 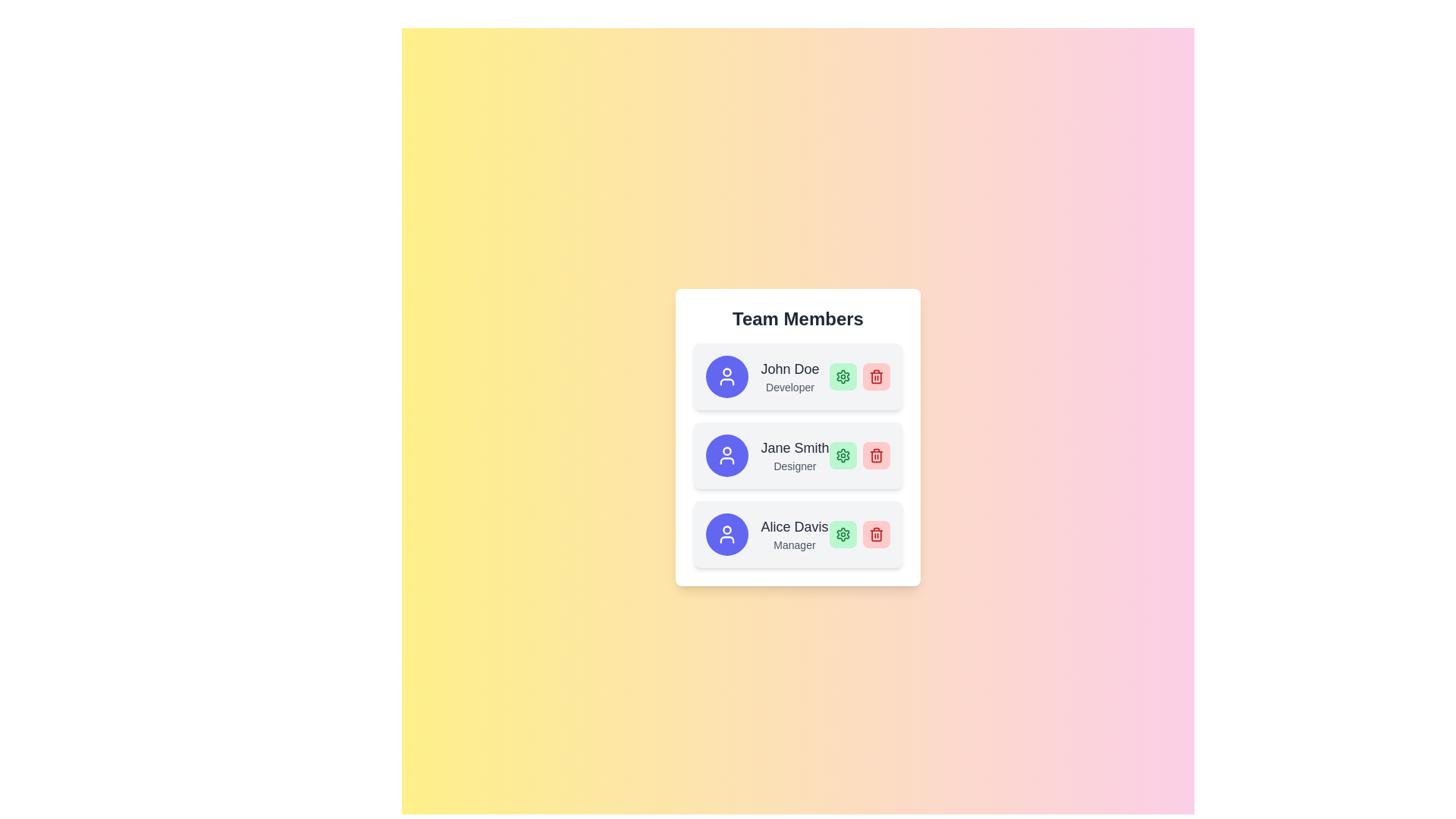 What do you see at coordinates (726, 450) in the screenshot?
I see `the Circle element within the SVG graphic that represents a user profile, located in the top-left corner of the user card` at bounding box center [726, 450].